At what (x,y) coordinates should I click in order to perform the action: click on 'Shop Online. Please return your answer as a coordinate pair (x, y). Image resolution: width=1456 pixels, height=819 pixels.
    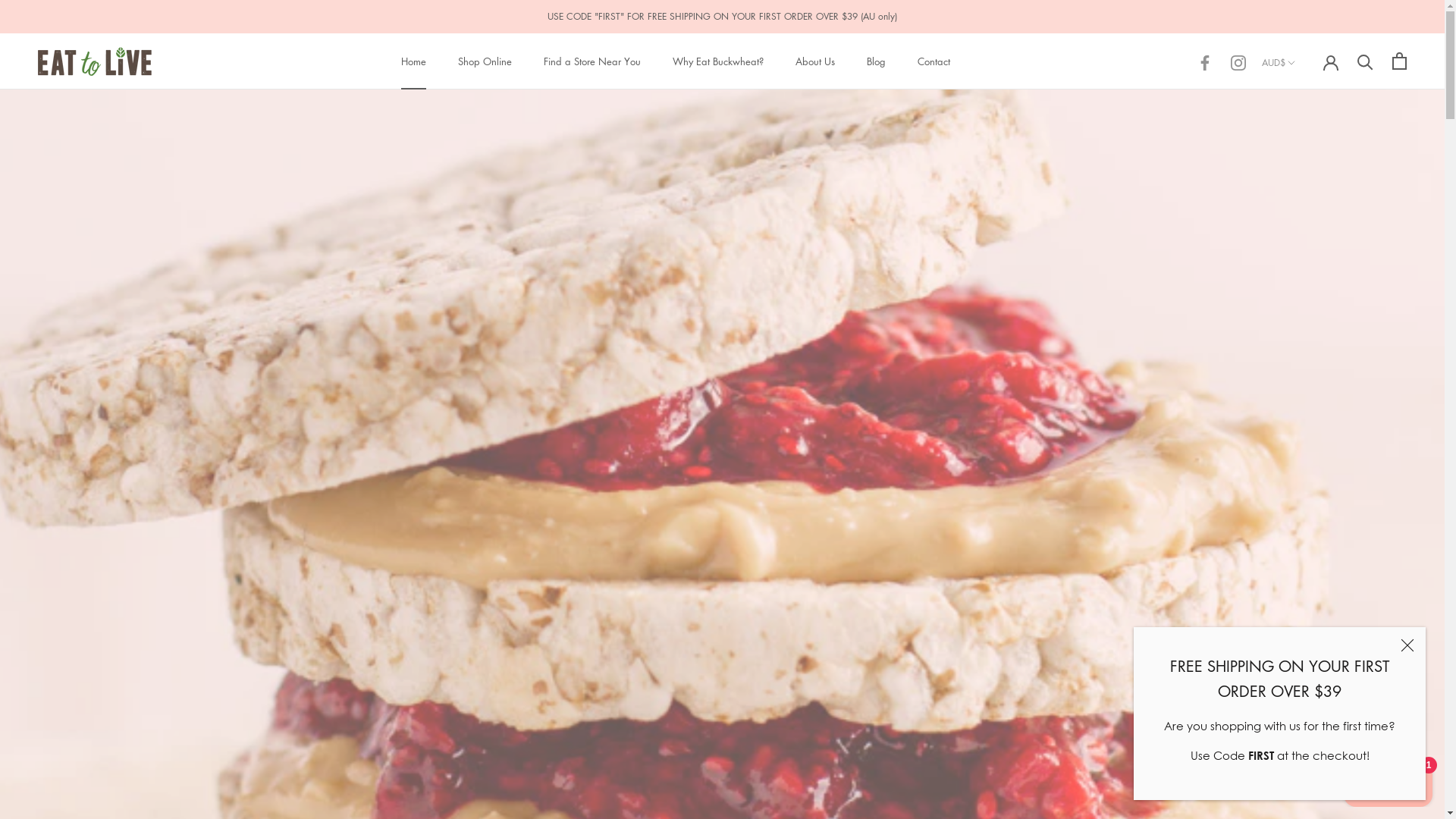
    Looking at the image, I should click on (484, 60).